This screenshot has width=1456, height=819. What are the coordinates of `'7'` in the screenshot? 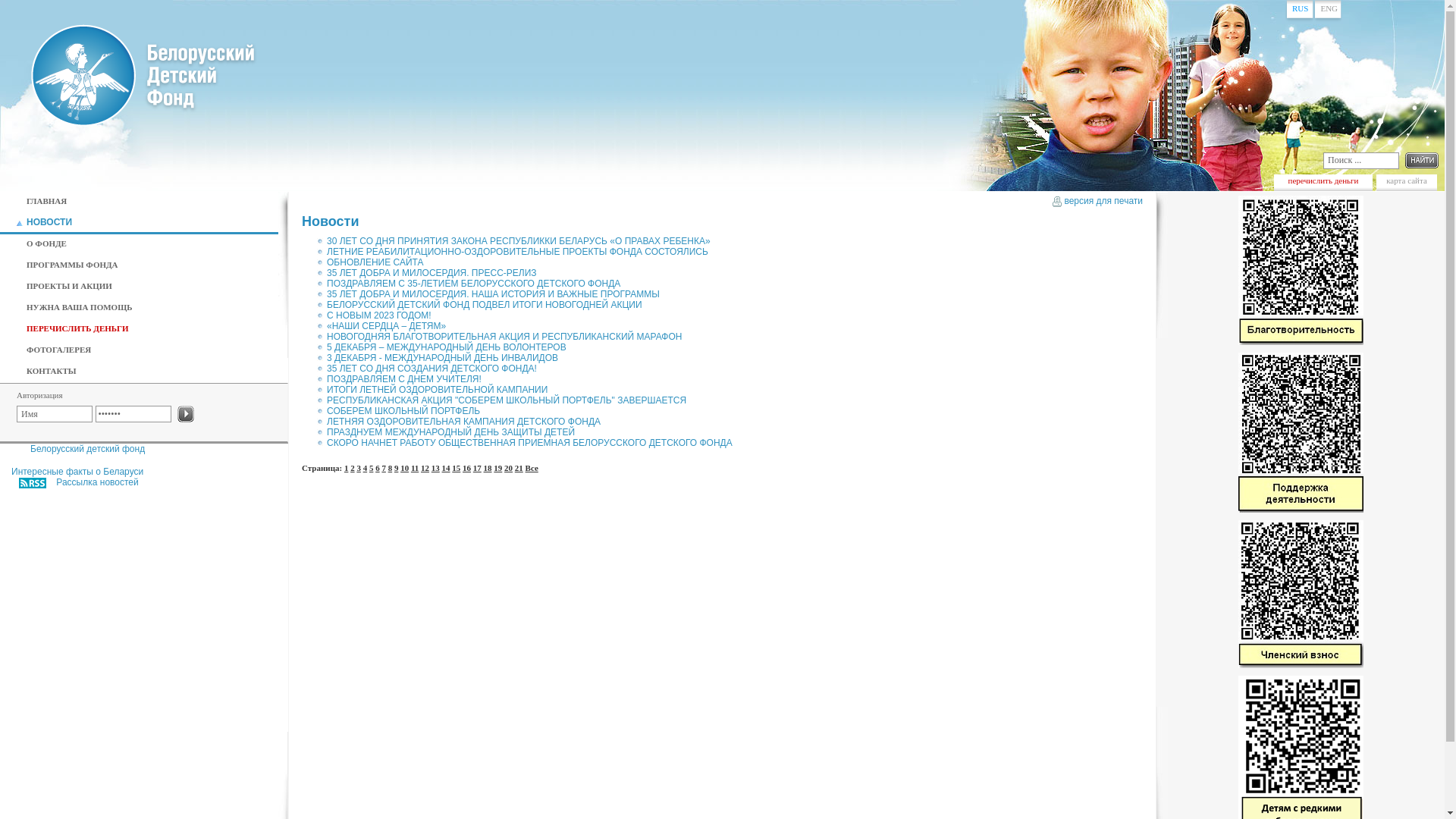 It's located at (383, 463).